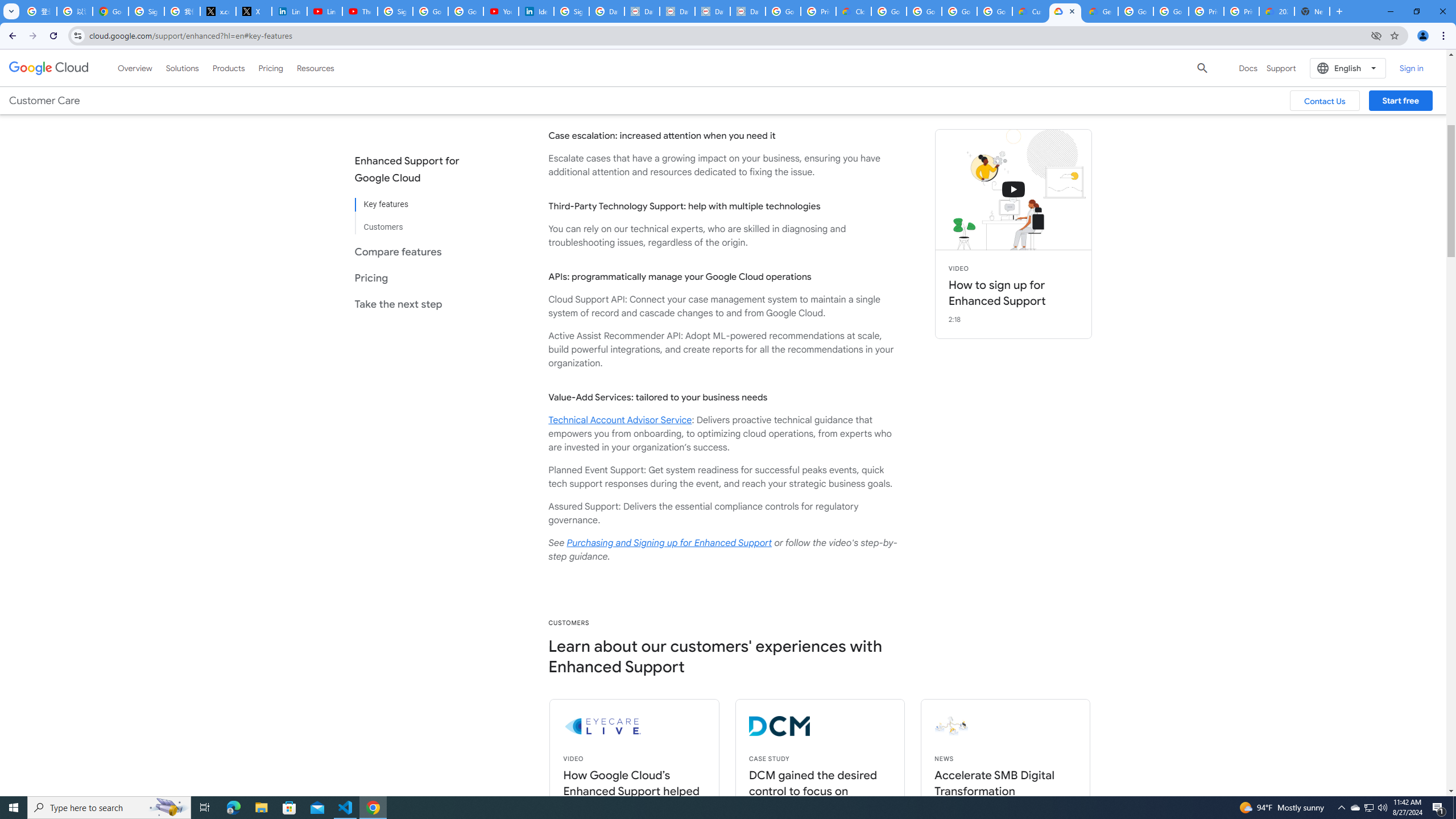 This screenshot has height=819, width=1456. What do you see at coordinates (416, 222) in the screenshot?
I see `'Customers'` at bounding box center [416, 222].